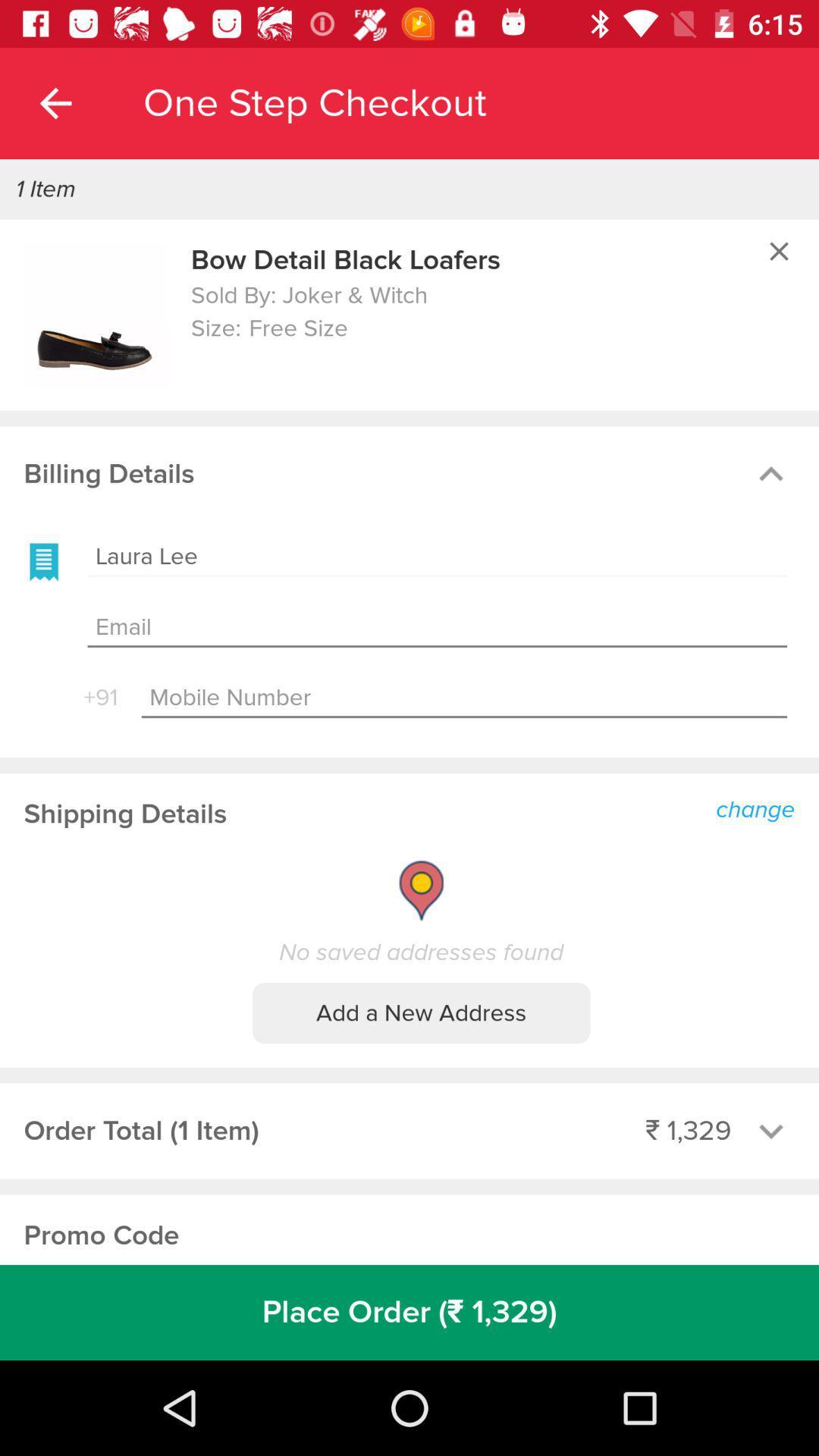 The image size is (819, 1456). I want to click on mobile number, so click(463, 698).